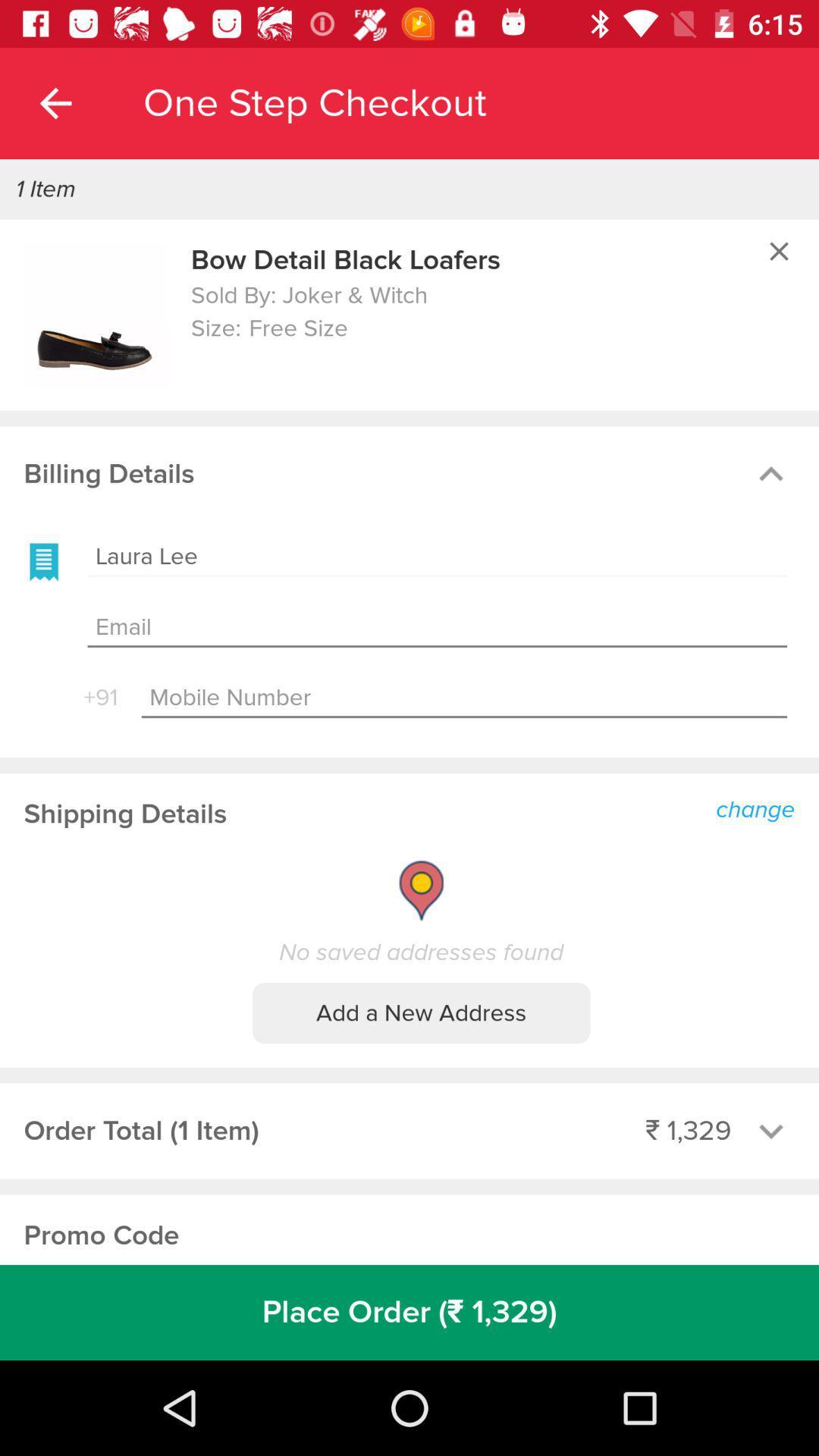 The image size is (819, 1456). I want to click on mobile number, so click(463, 698).